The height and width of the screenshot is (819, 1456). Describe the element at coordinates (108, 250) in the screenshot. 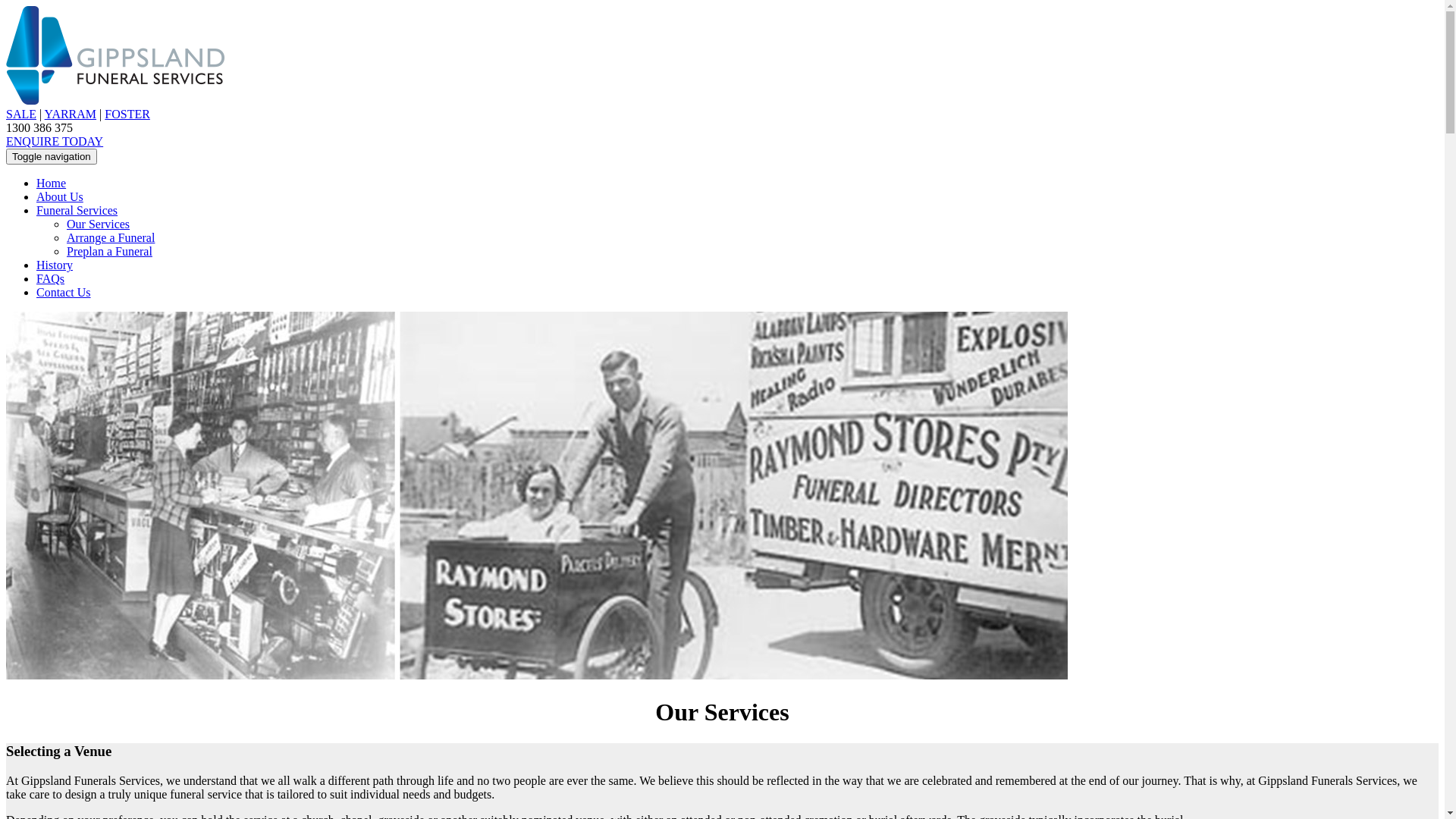

I see `'Preplan a Funeral'` at that location.